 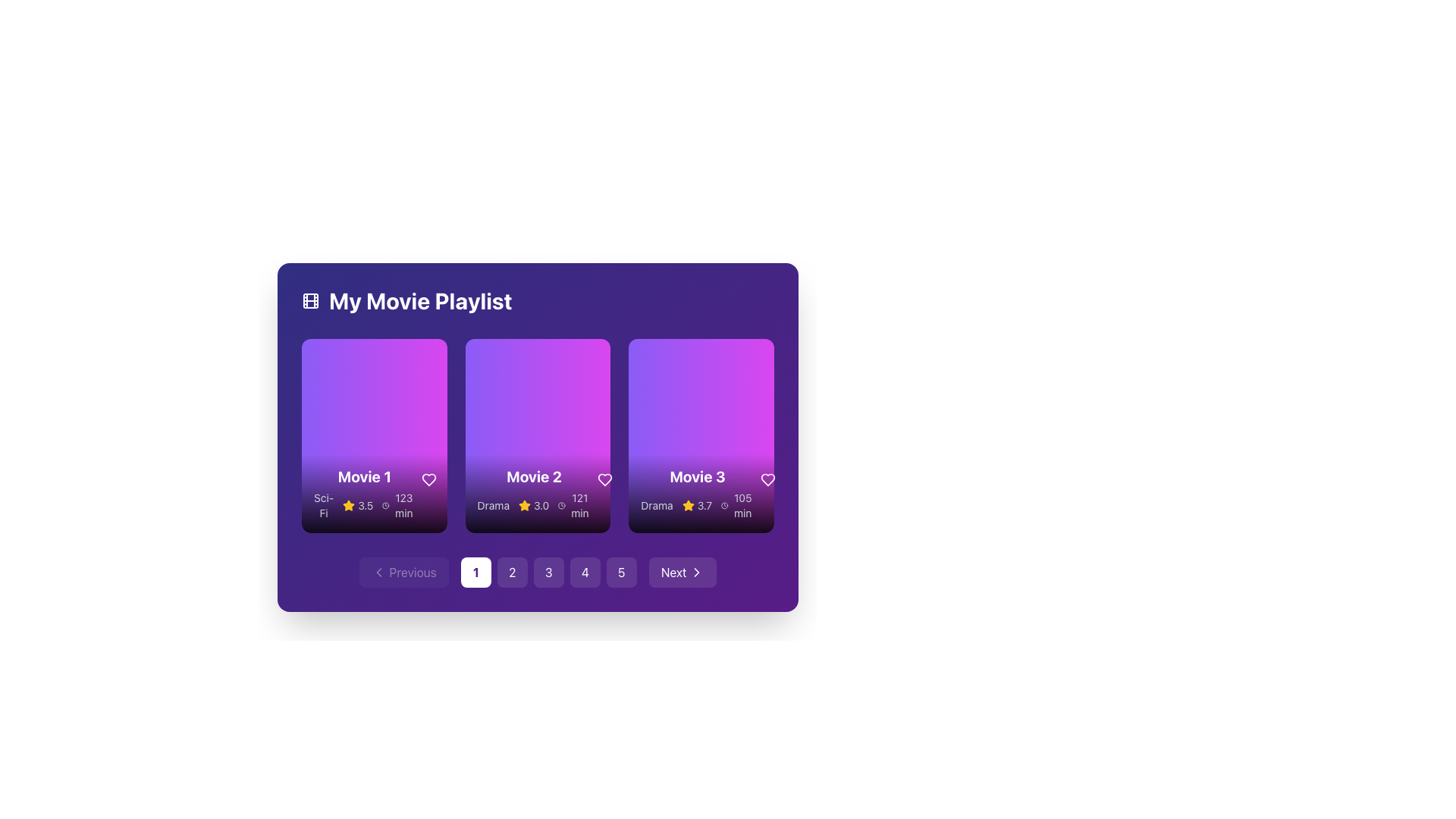 What do you see at coordinates (374, 494) in the screenshot?
I see `the interactive elements near the Text and icon overlay that provides metadata about 'Movie 1', located at the bottom section of the card` at bounding box center [374, 494].